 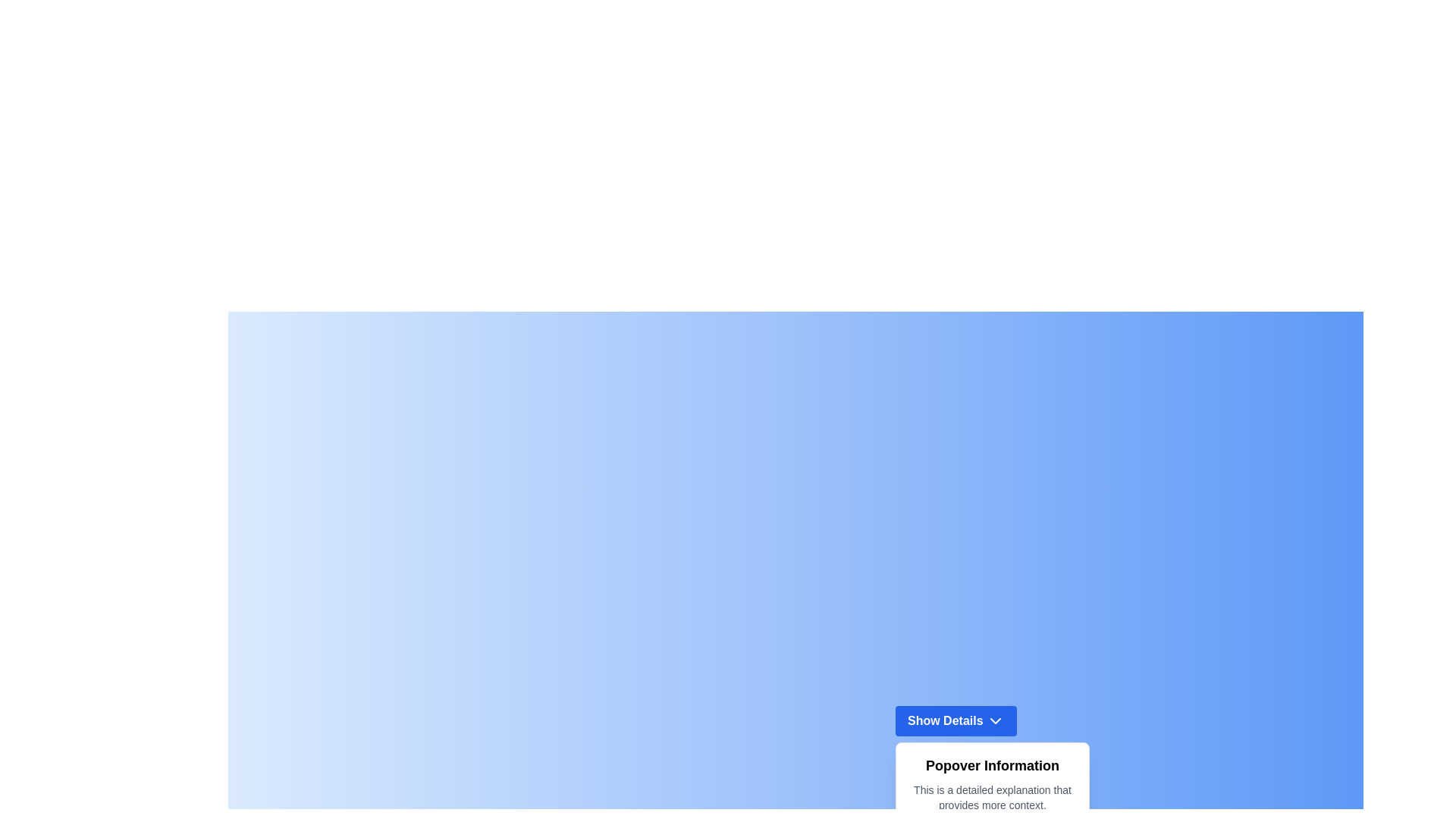 I want to click on the block of gray text that contains the statement 'This is a detailed explanation that provides more context.' It is located in the center of a popover window, positioned below the heading 'Popover Information.', so click(x=993, y=797).